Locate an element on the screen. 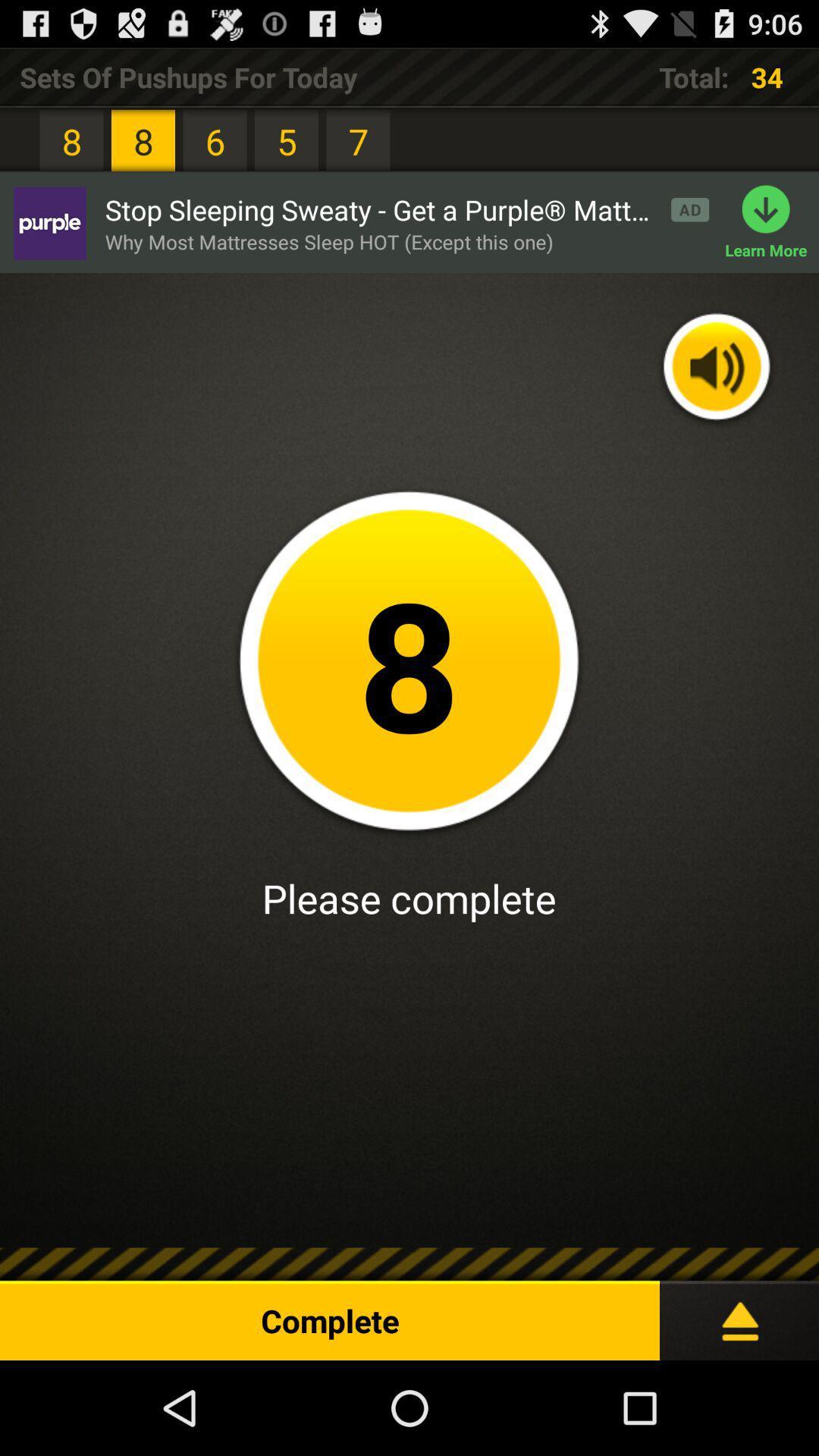  volume options is located at coordinates (717, 369).